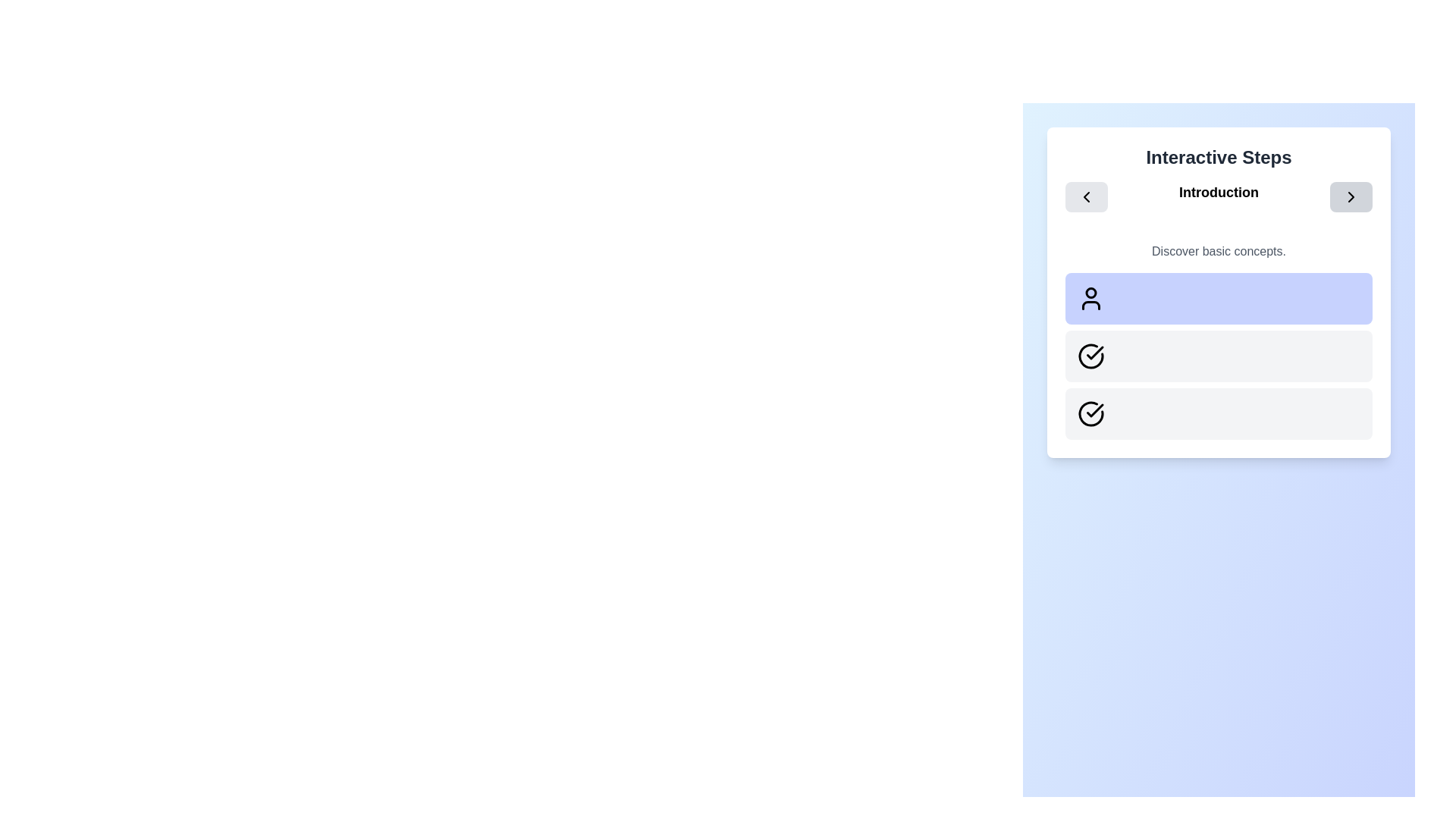  I want to click on the status of the third step indicator in the vertical sequence of steps under the 'Interactive Steps' heading, so click(1219, 414).